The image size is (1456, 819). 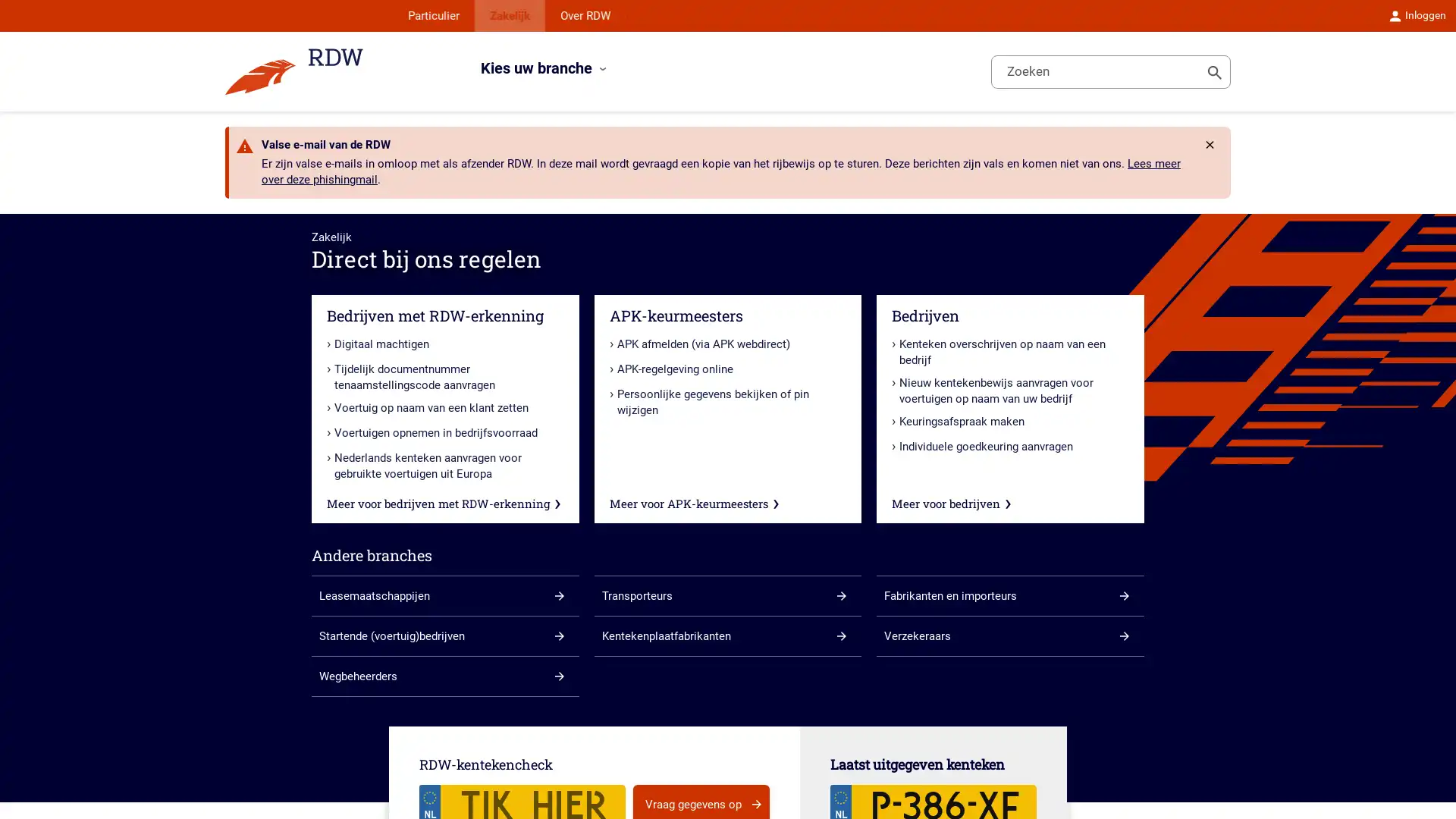 I want to click on Rdw.Feature.Messages.CloseButtonAccessibleName, so click(x=1209, y=145).